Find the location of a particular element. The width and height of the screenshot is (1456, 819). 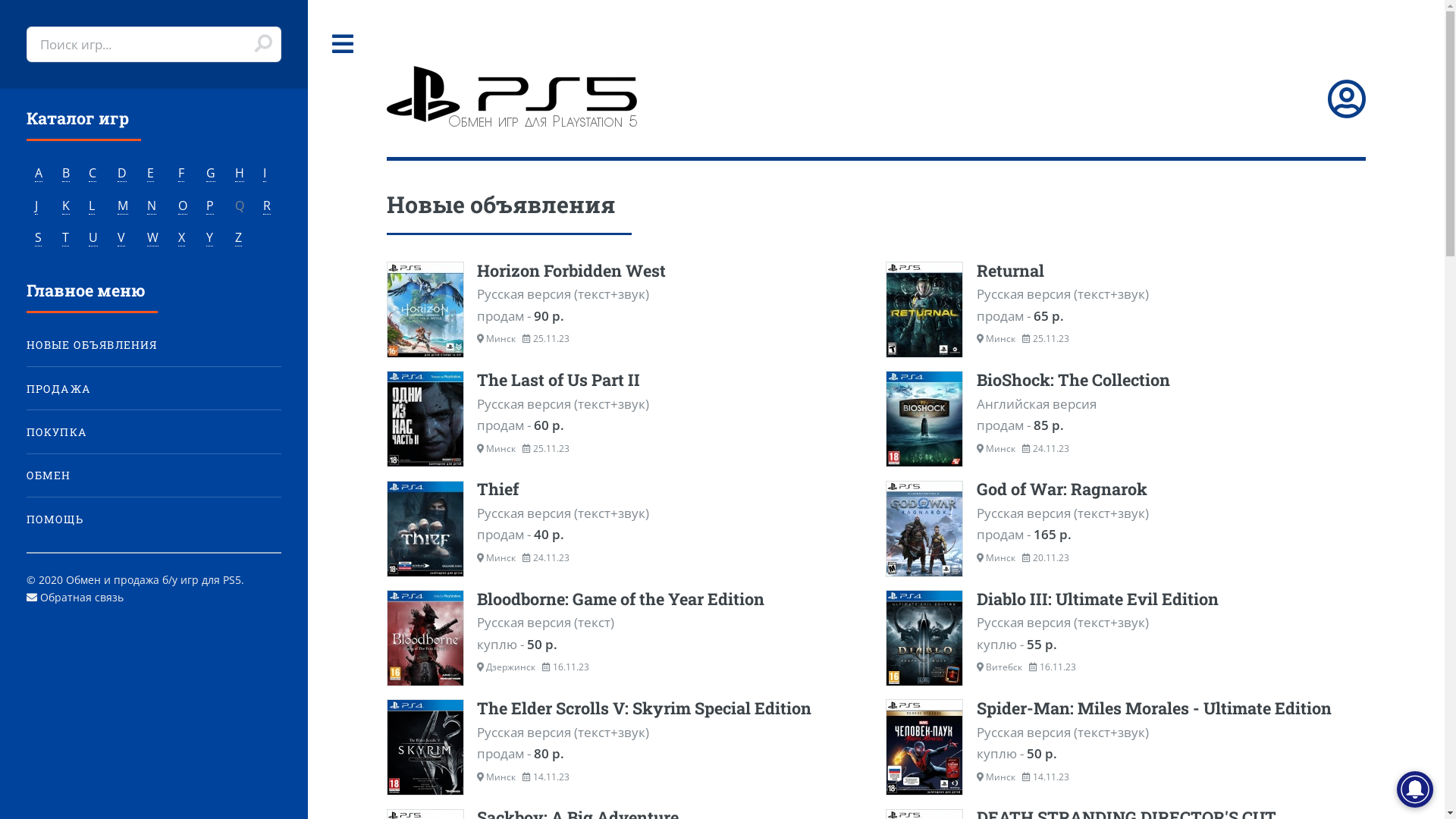

'R' is located at coordinates (266, 206).